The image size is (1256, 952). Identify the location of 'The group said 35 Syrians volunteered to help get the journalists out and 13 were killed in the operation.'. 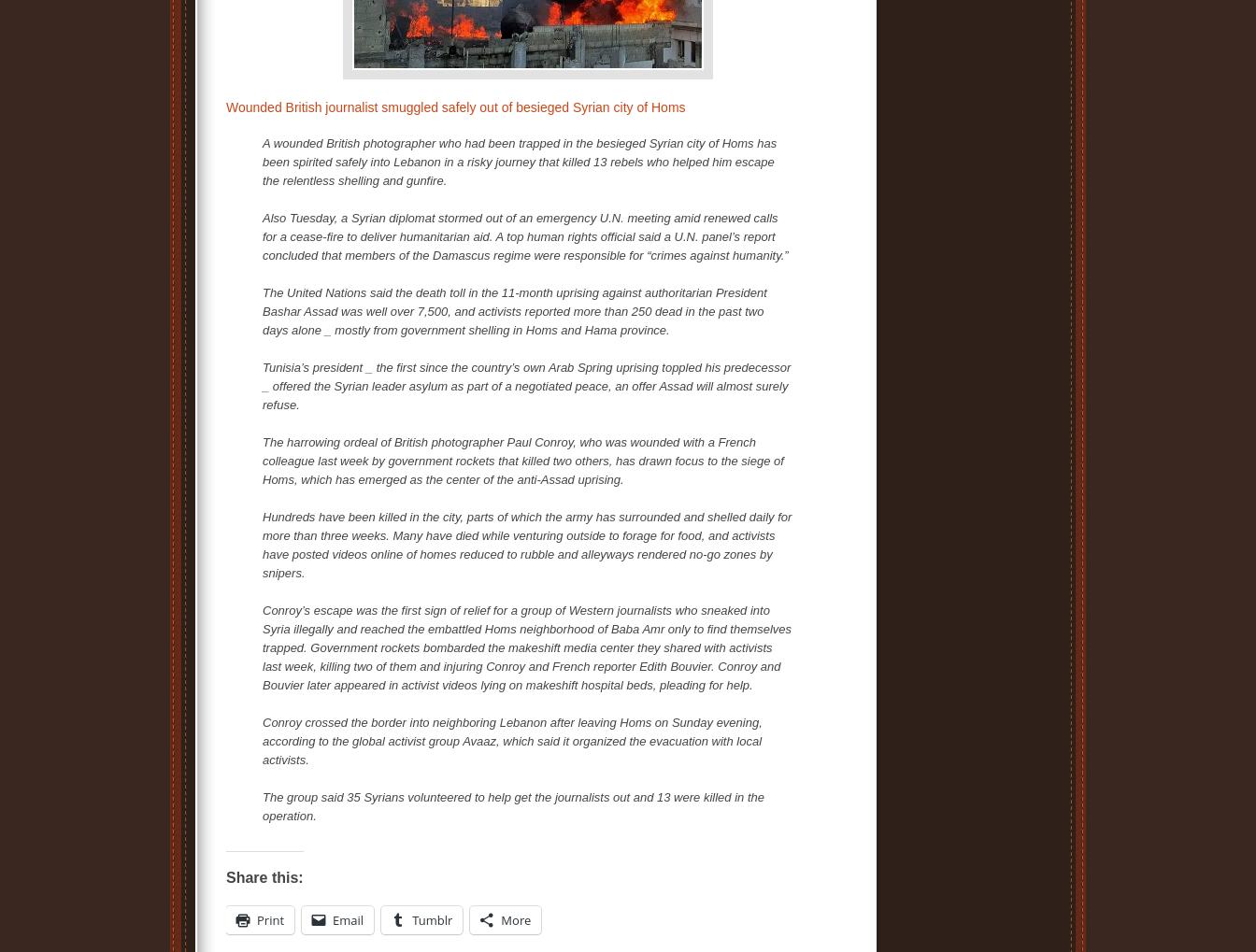
(513, 805).